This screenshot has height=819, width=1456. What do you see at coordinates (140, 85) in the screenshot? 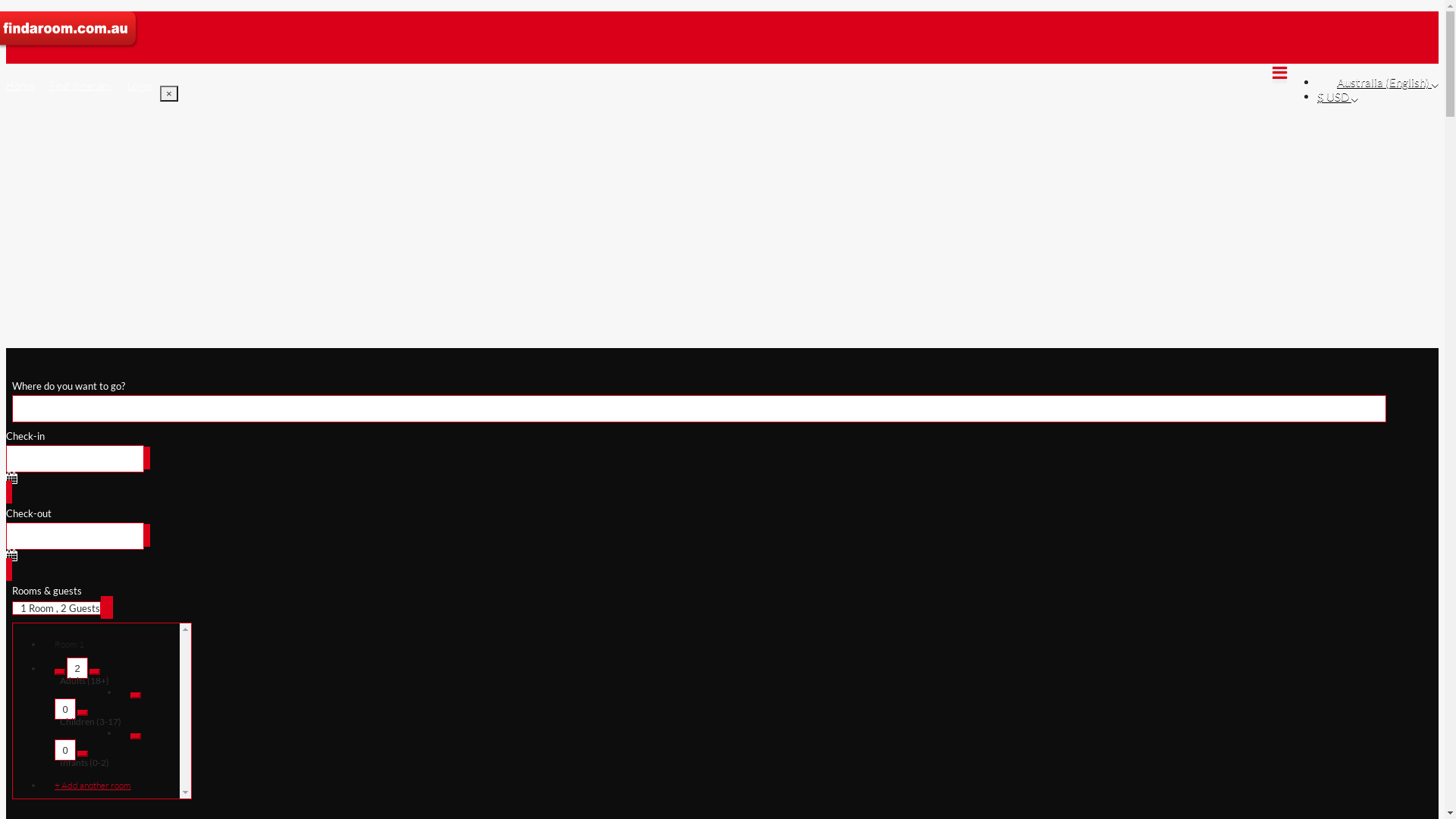
I see `'Login'` at bounding box center [140, 85].